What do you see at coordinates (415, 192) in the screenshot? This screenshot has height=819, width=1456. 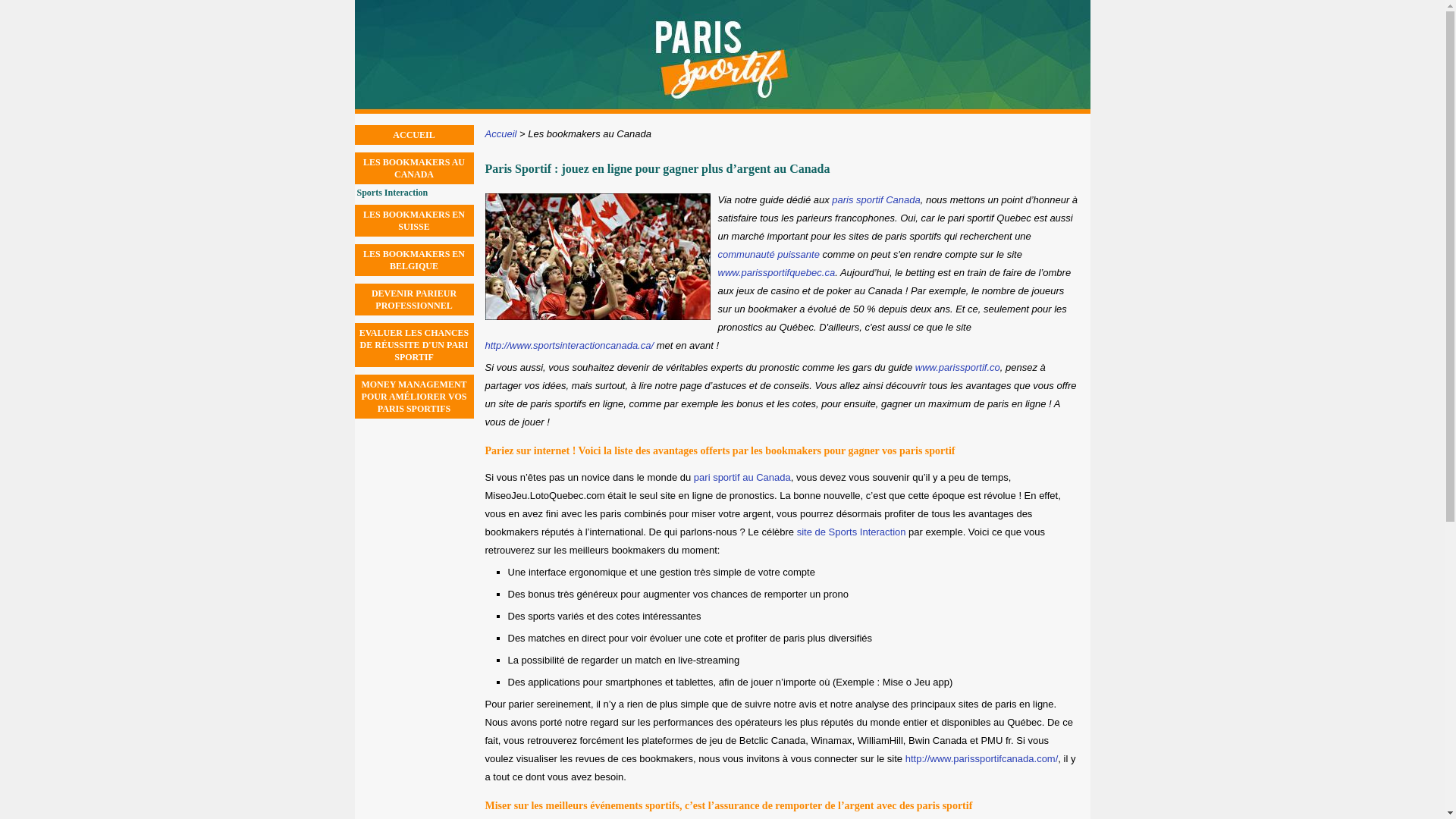 I see `'Sports Interaction'` at bounding box center [415, 192].